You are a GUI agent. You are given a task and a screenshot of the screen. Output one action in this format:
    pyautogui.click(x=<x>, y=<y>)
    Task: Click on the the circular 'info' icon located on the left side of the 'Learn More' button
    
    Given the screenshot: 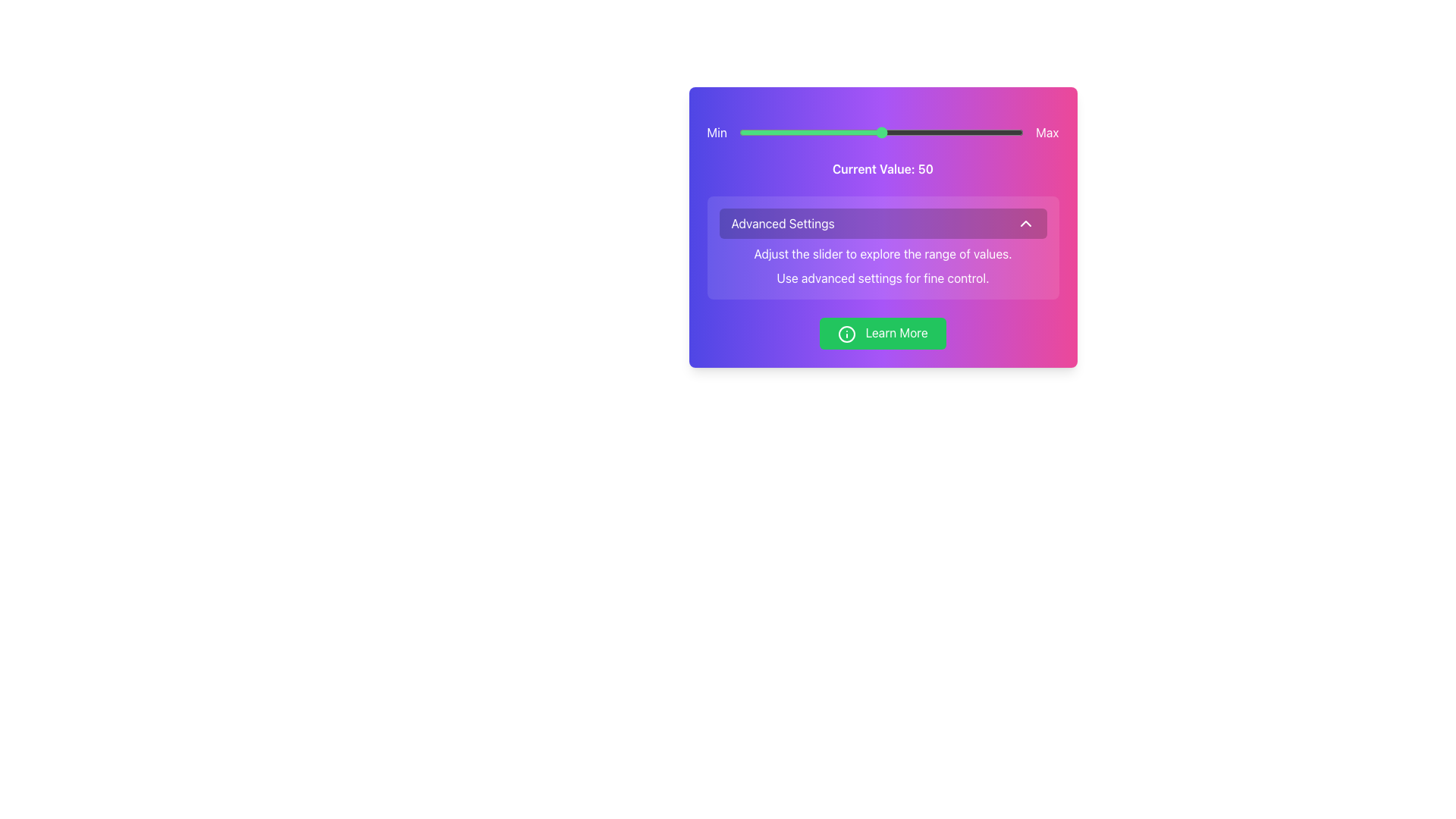 What is the action you would take?
    pyautogui.click(x=846, y=333)
    